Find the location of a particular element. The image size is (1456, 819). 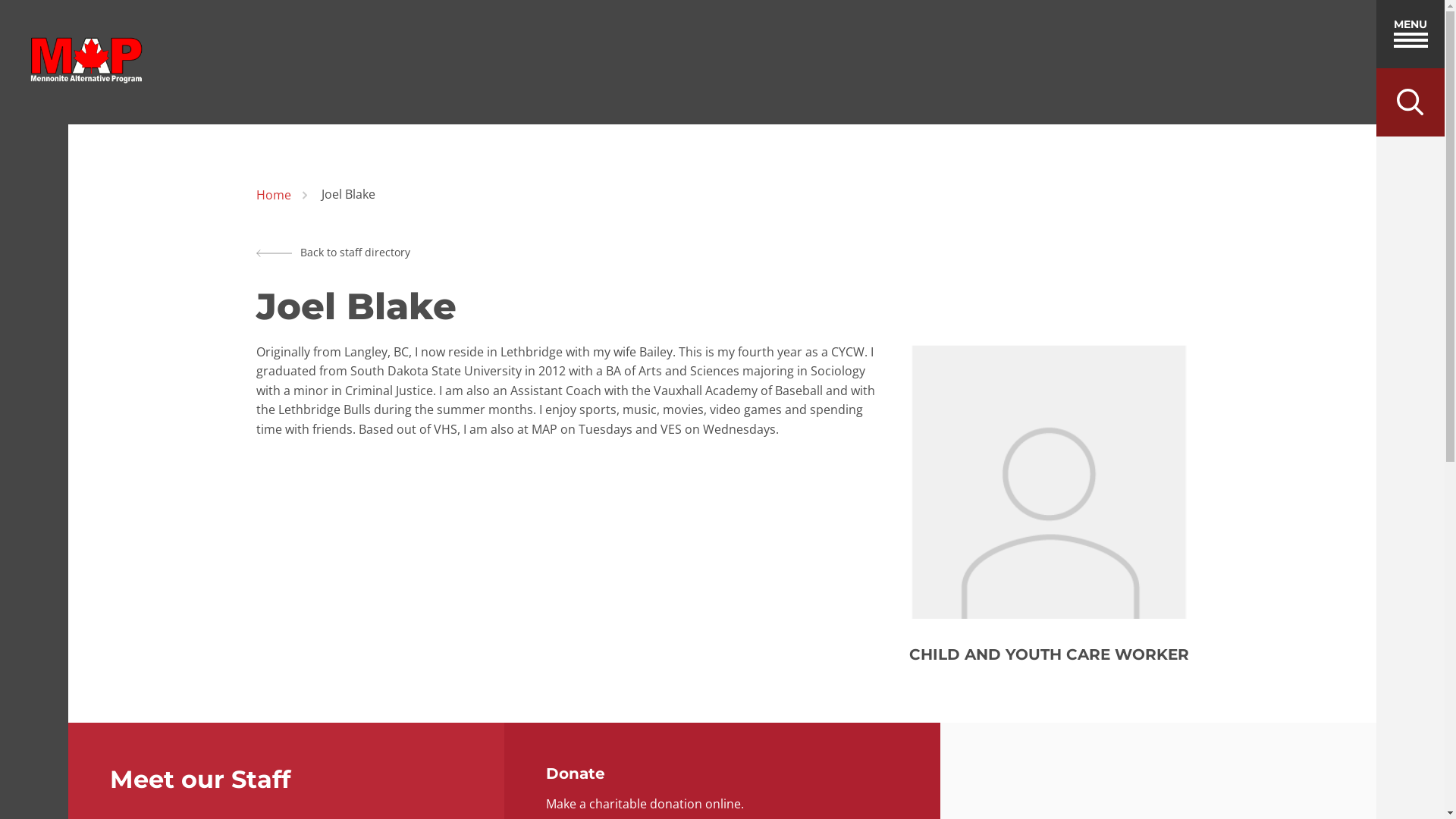

'Back to staff directory' is located at coordinates (332, 251).